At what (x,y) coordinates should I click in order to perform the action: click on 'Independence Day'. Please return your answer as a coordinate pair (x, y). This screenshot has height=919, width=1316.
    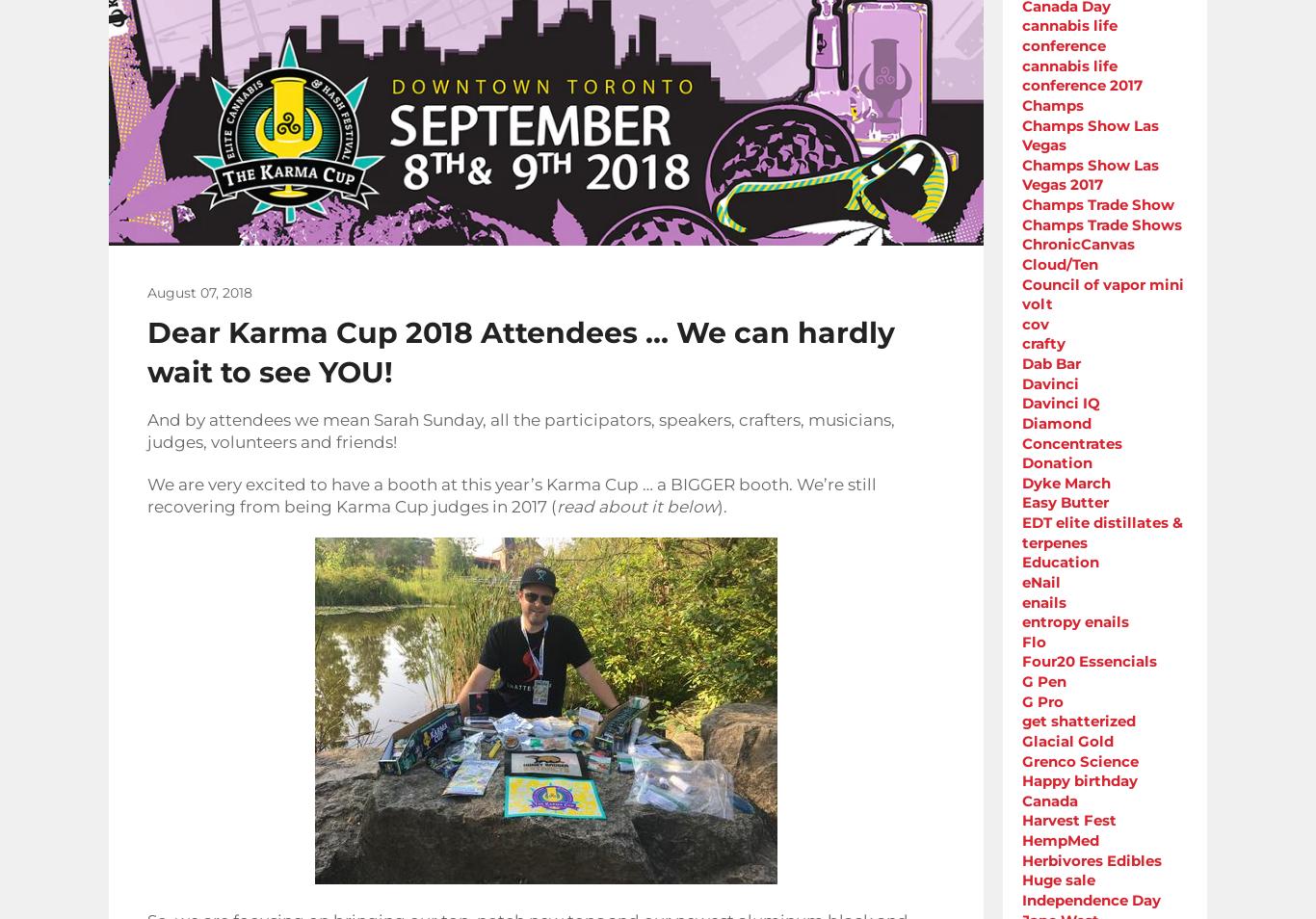
    Looking at the image, I should click on (1090, 899).